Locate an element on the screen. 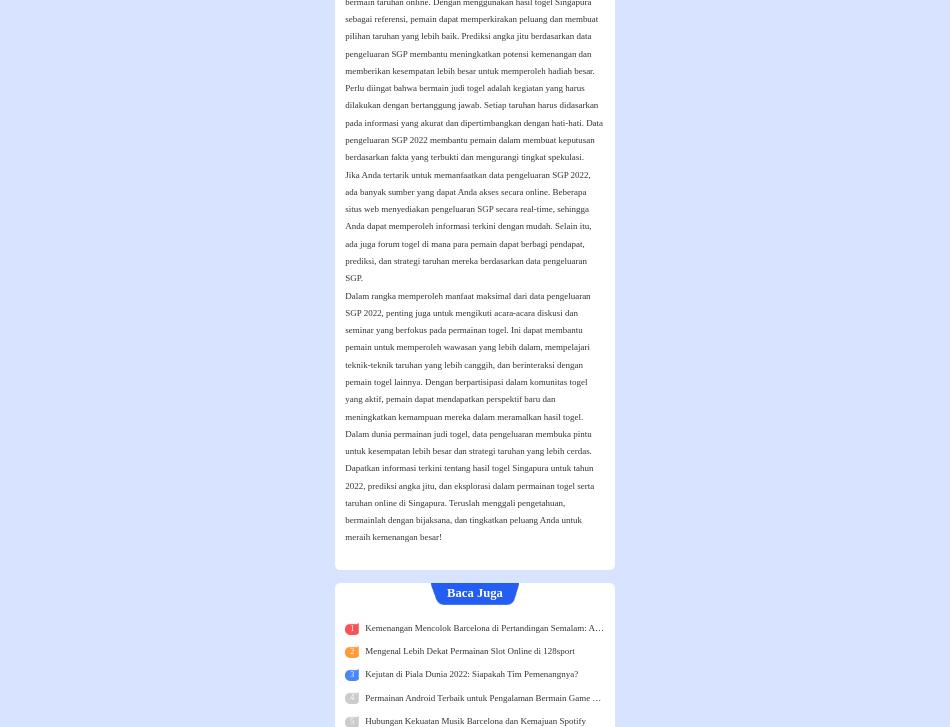 This screenshot has width=950, height=727. 'Kemenangan Mencolok Barcelona di Pertandingan Semalam: Analisis dan Rekam Jejak' is located at coordinates (522, 625).